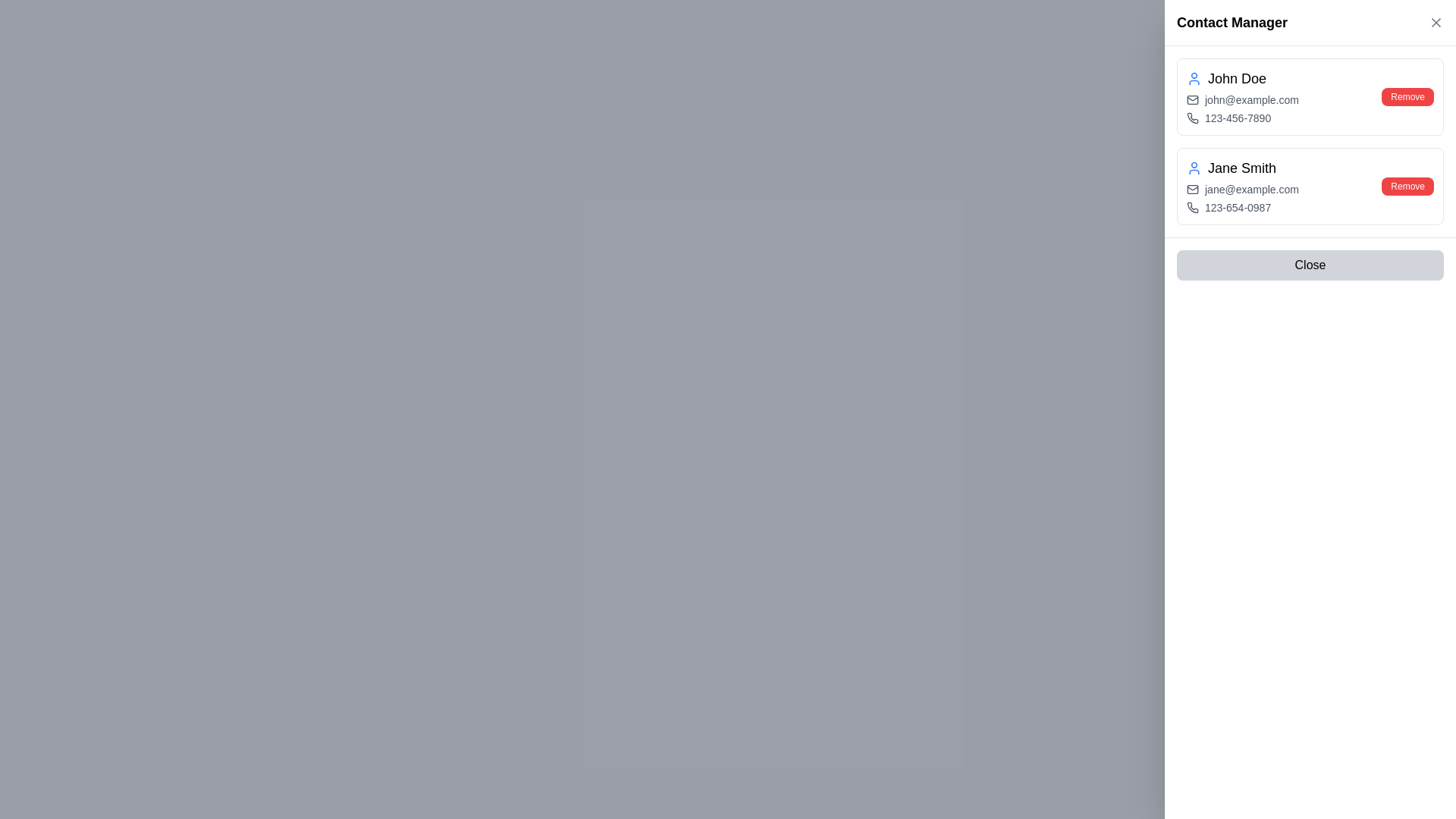 The width and height of the screenshot is (1456, 819). What do you see at coordinates (1192, 189) in the screenshot?
I see `the mail icon, which is a simple envelope outline located` at bounding box center [1192, 189].